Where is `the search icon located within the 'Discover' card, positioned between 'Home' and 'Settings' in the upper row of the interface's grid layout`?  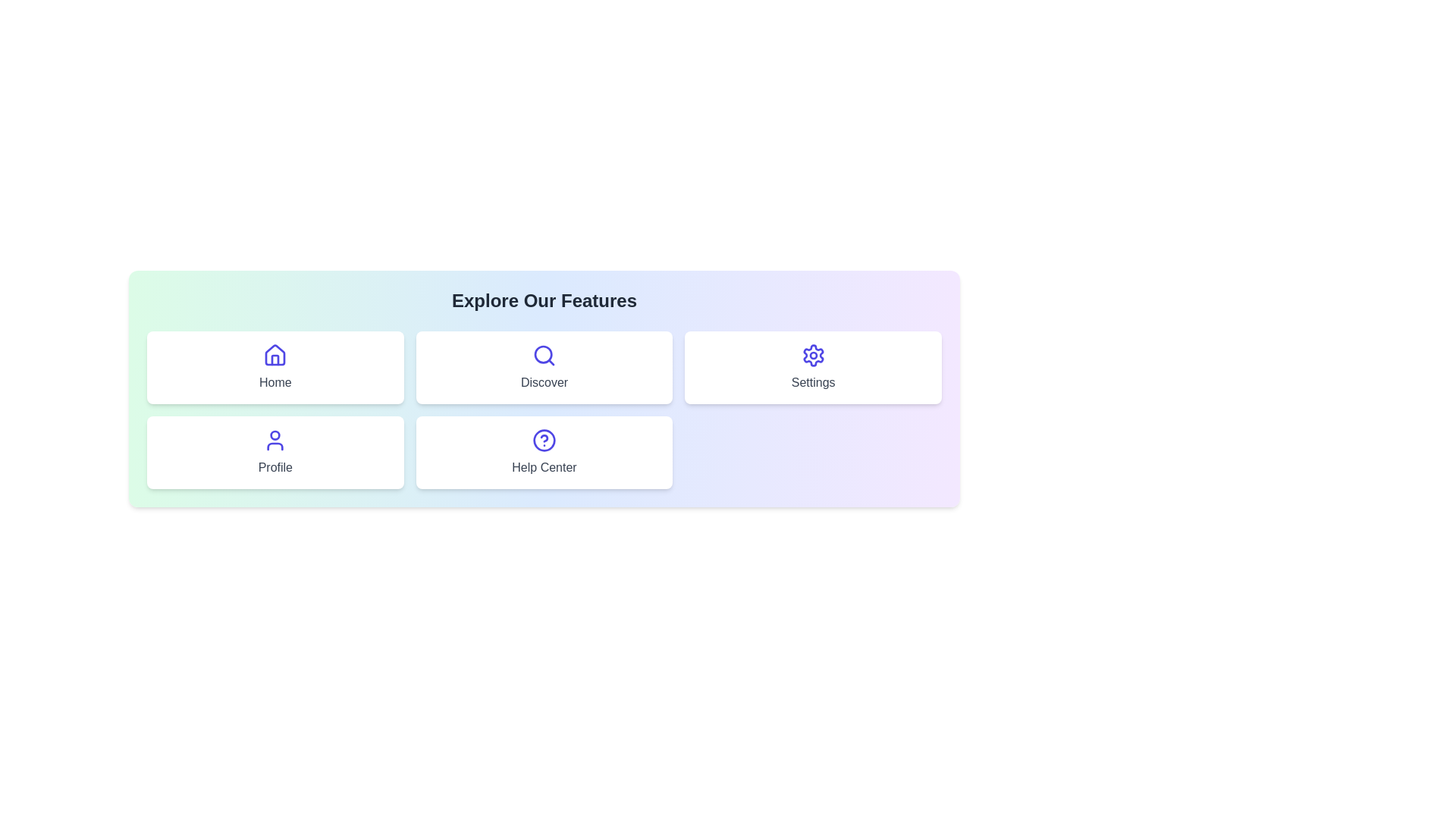
the search icon located within the 'Discover' card, positioned between 'Home' and 'Settings' in the upper row of the interface's grid layout is located at coordinates (544, 356).